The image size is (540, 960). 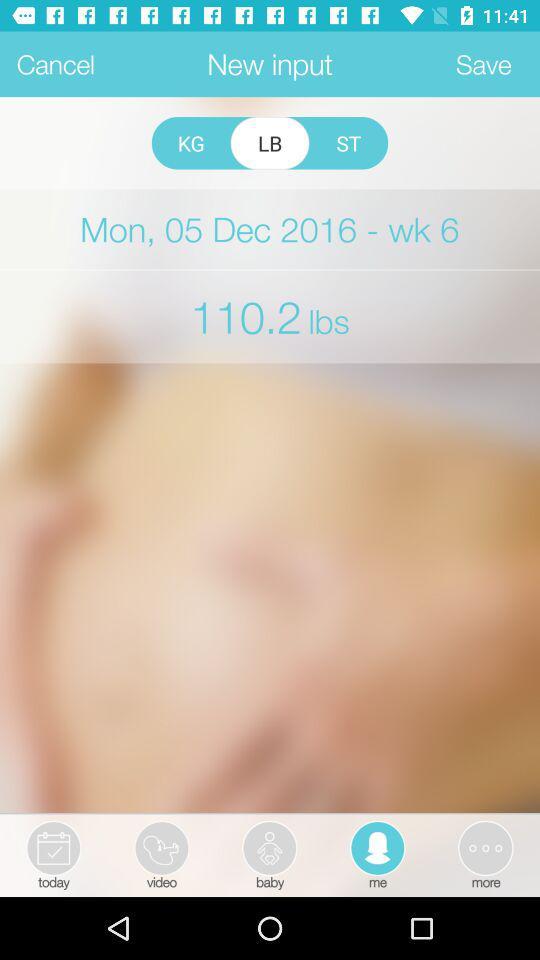 What do you see at coordinates (270, 142) in the screenshot?
I see `item above the mon 05 dec icon` at bounding box center [270, 142].